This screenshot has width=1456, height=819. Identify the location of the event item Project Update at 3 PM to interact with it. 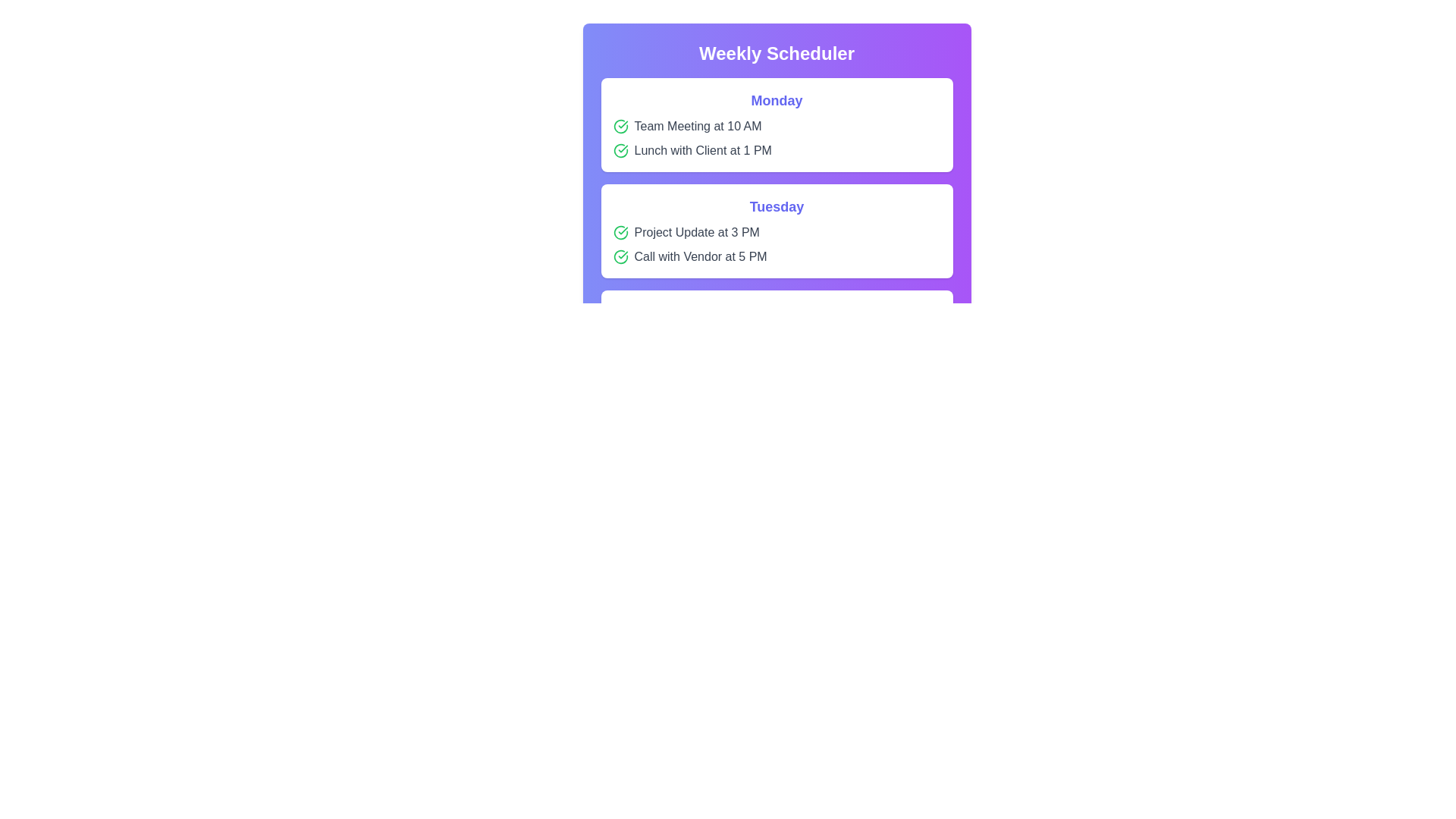
(777, 233).